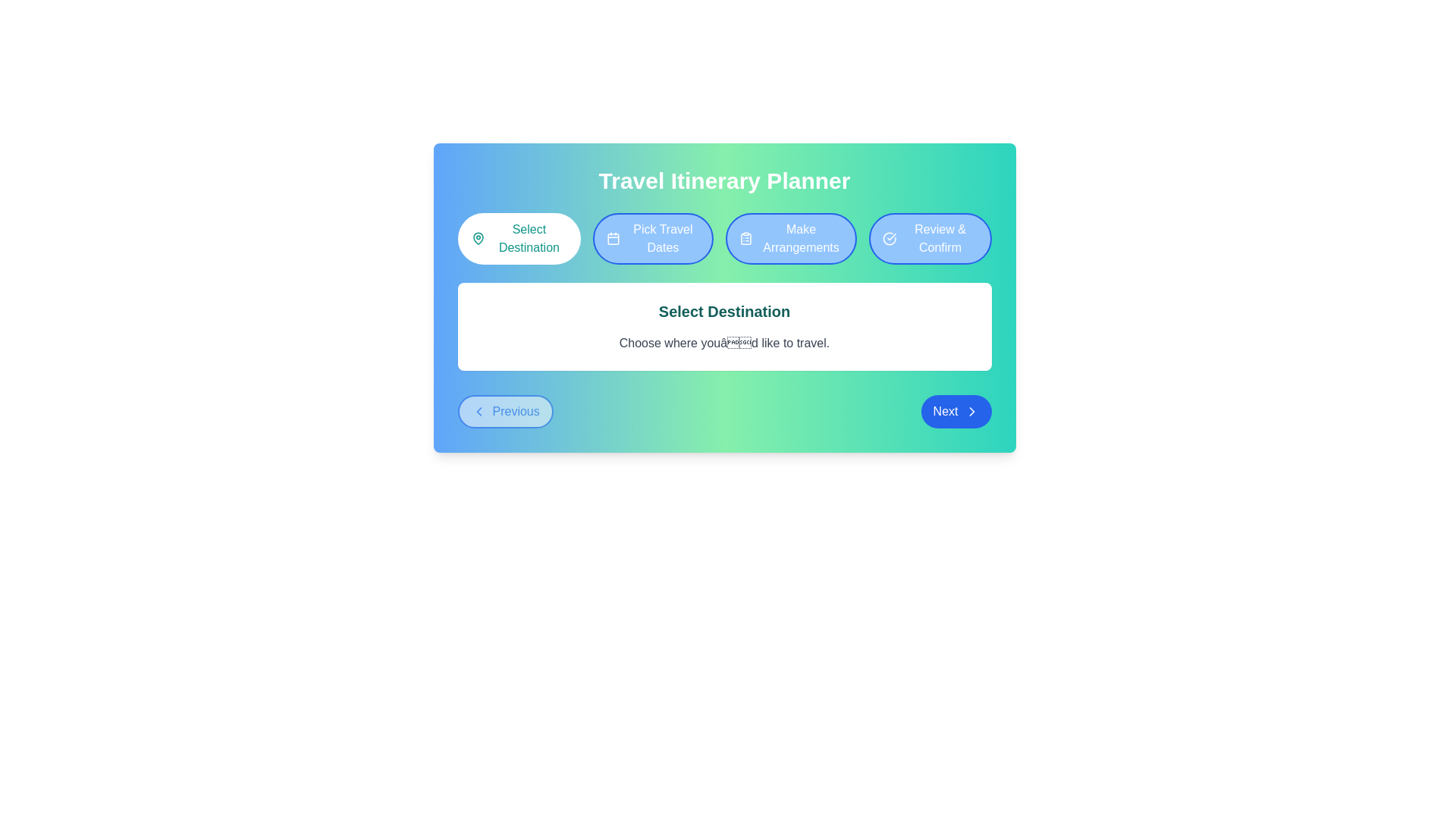  Describe the element at coordinates (939, 239) in the screenshot. I see `the Text Label within the Button that indicates the purpose of navigating to the Review & Confirm stage in the task workflow` at that location.